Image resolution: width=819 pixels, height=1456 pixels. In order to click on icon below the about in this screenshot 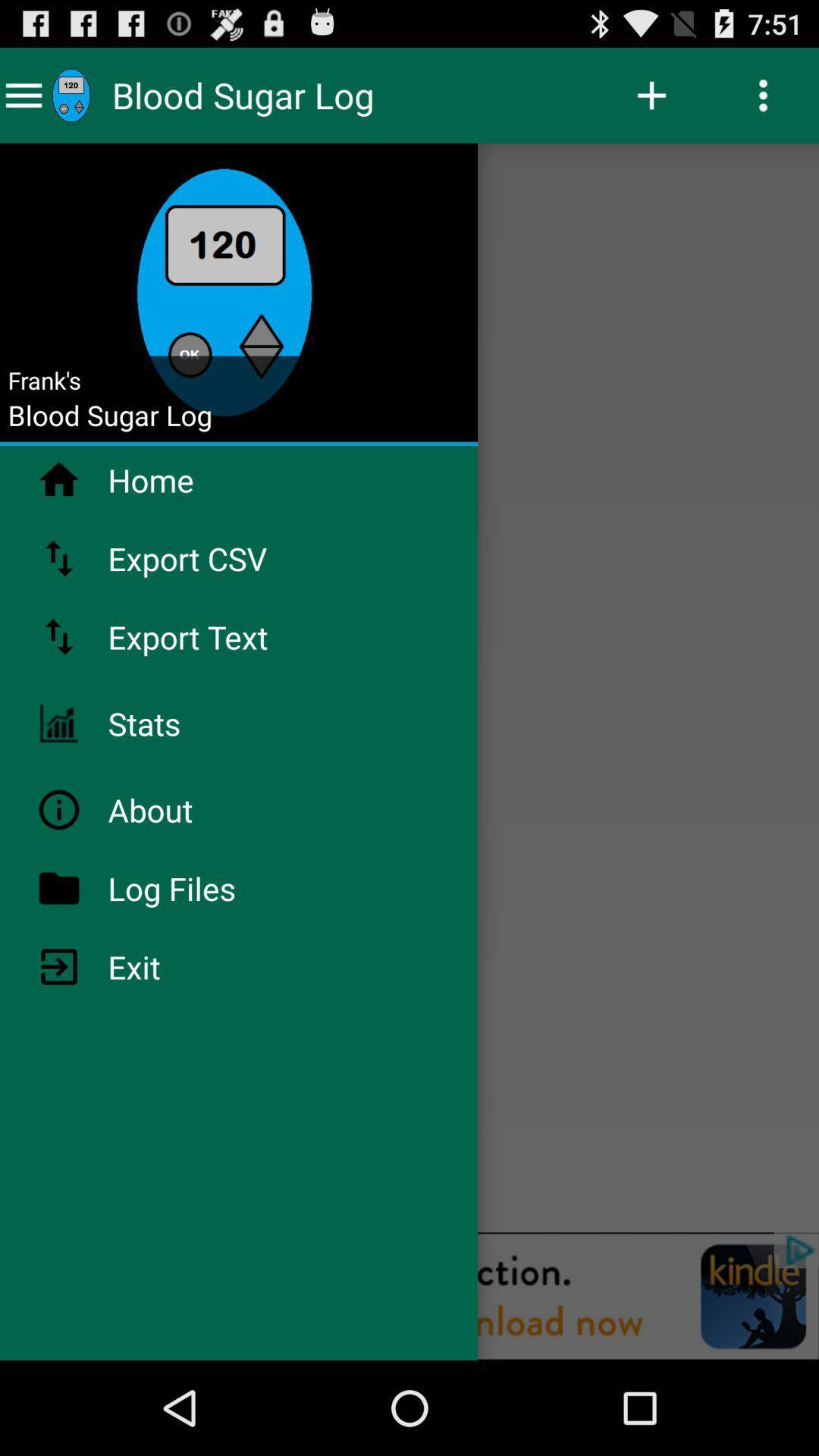, I will do `click(212, 888)`.